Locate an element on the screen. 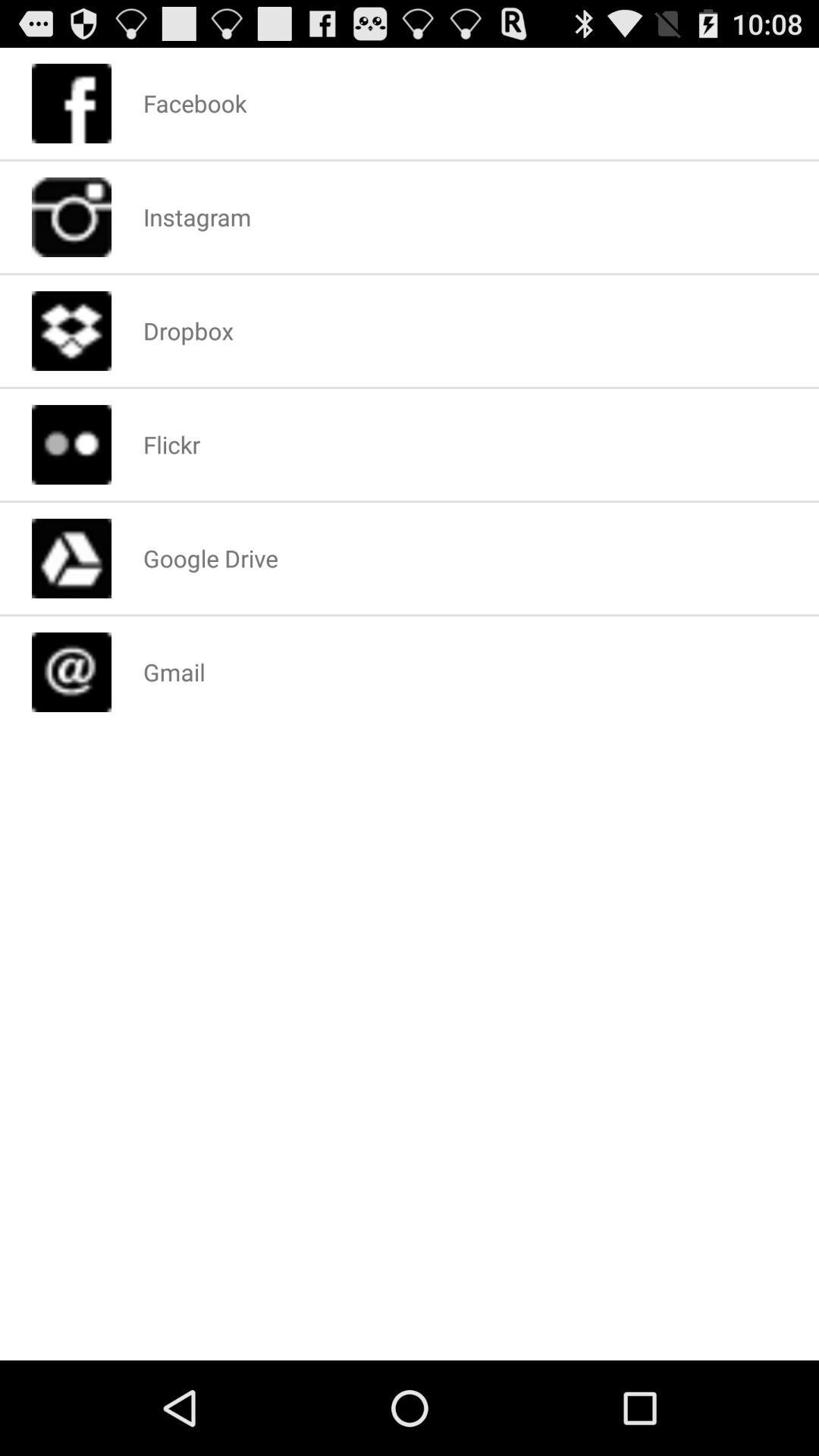  facebook app is located at coordinates (194, 102).